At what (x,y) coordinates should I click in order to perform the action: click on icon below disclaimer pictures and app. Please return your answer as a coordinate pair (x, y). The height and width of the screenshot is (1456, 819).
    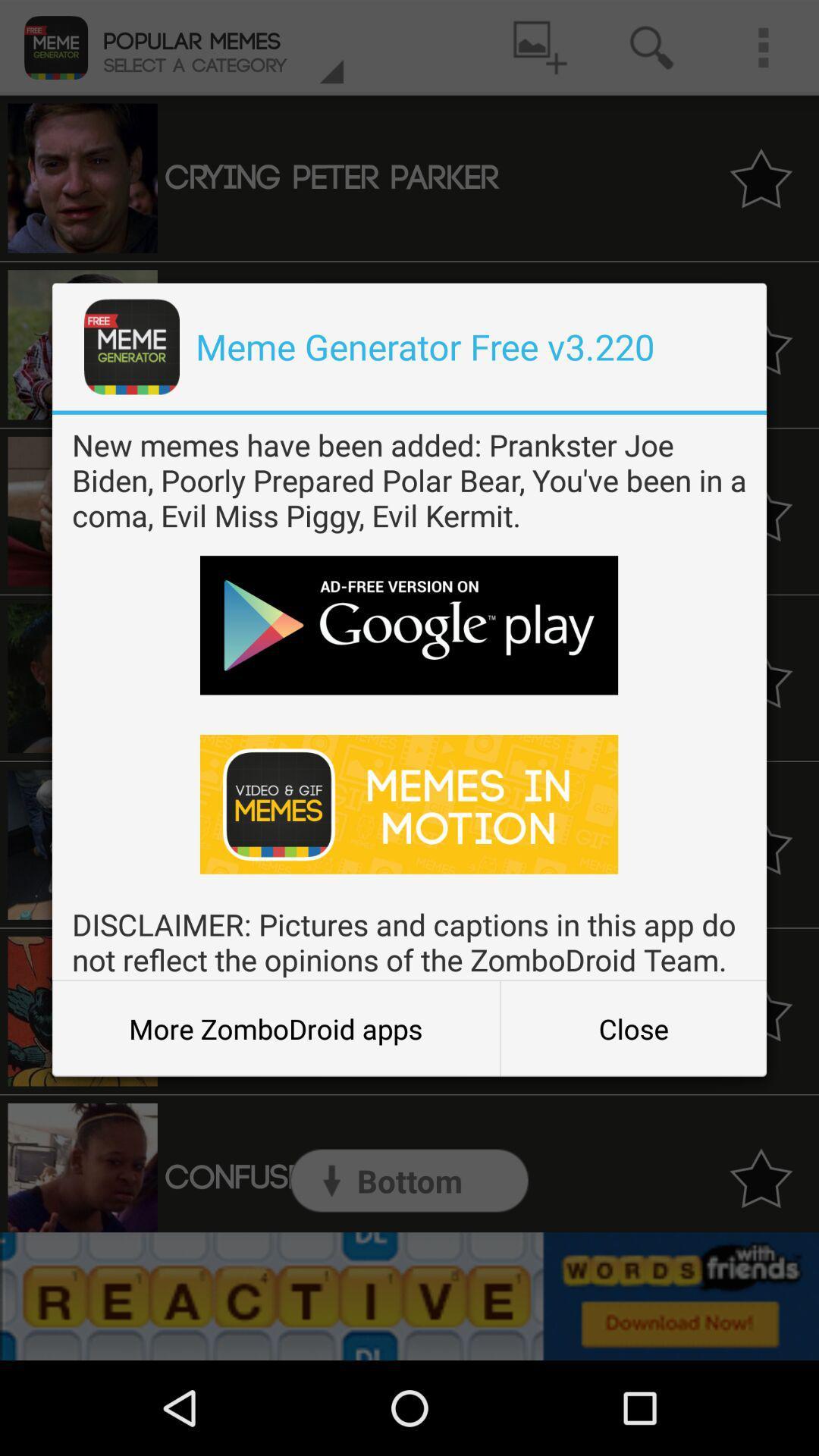
    Looking at the image, I should click on (633, 1028).